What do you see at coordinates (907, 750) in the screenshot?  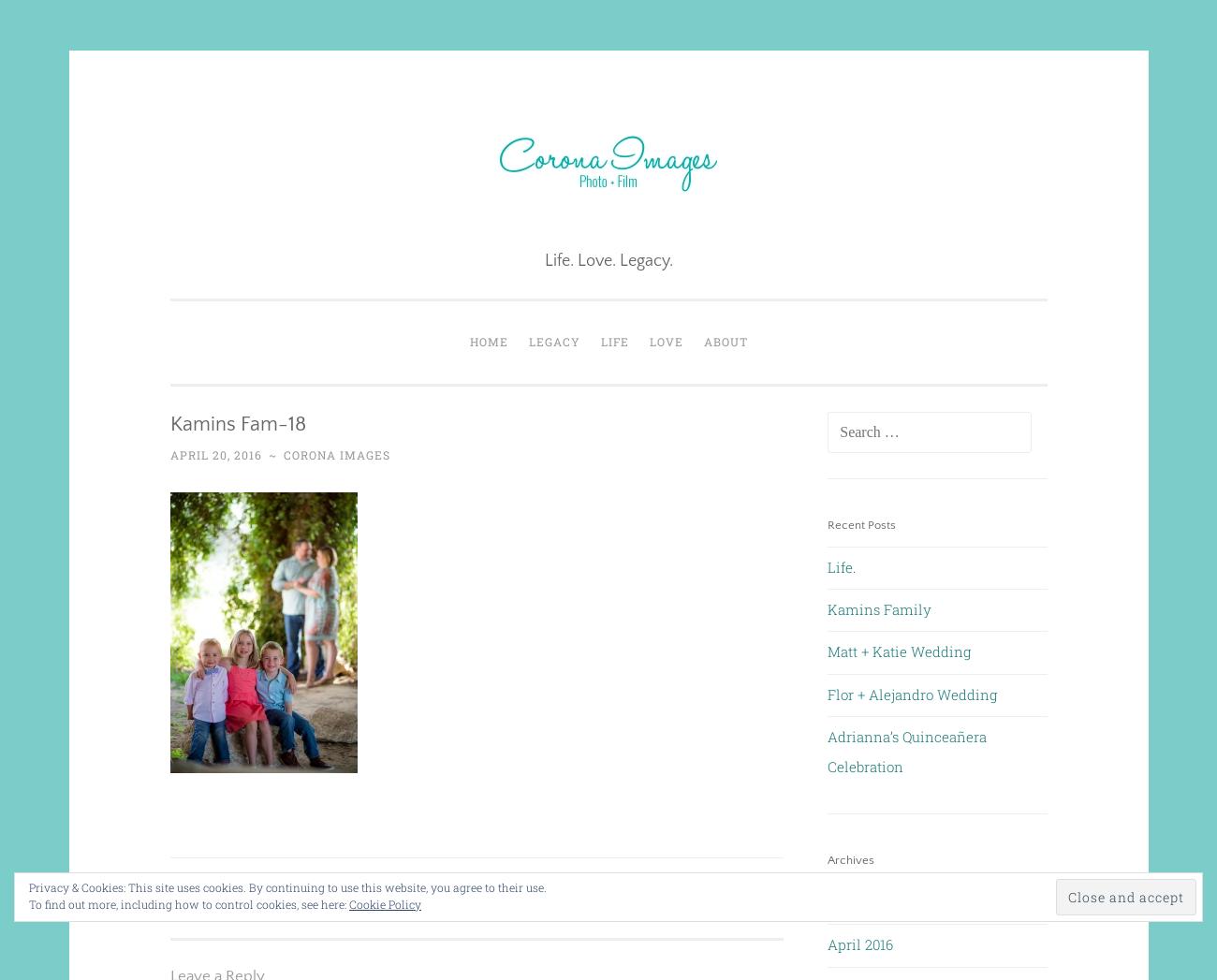 I see `'Adrianna’s Quinceañera Celebration'` at bounding box center [907, 750].